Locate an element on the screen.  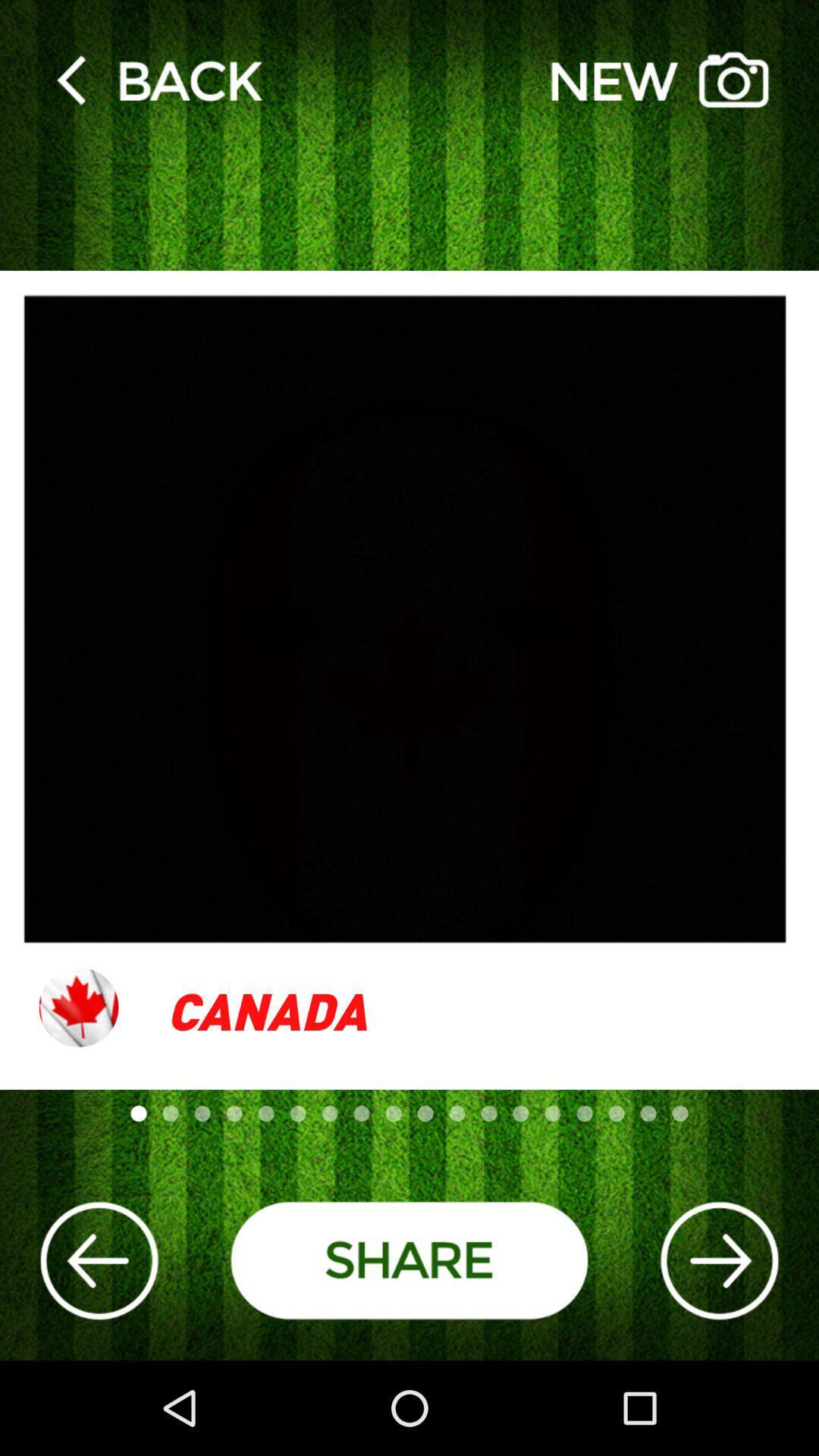
the arrow_forward icon is located at coordinates (718, 1260).